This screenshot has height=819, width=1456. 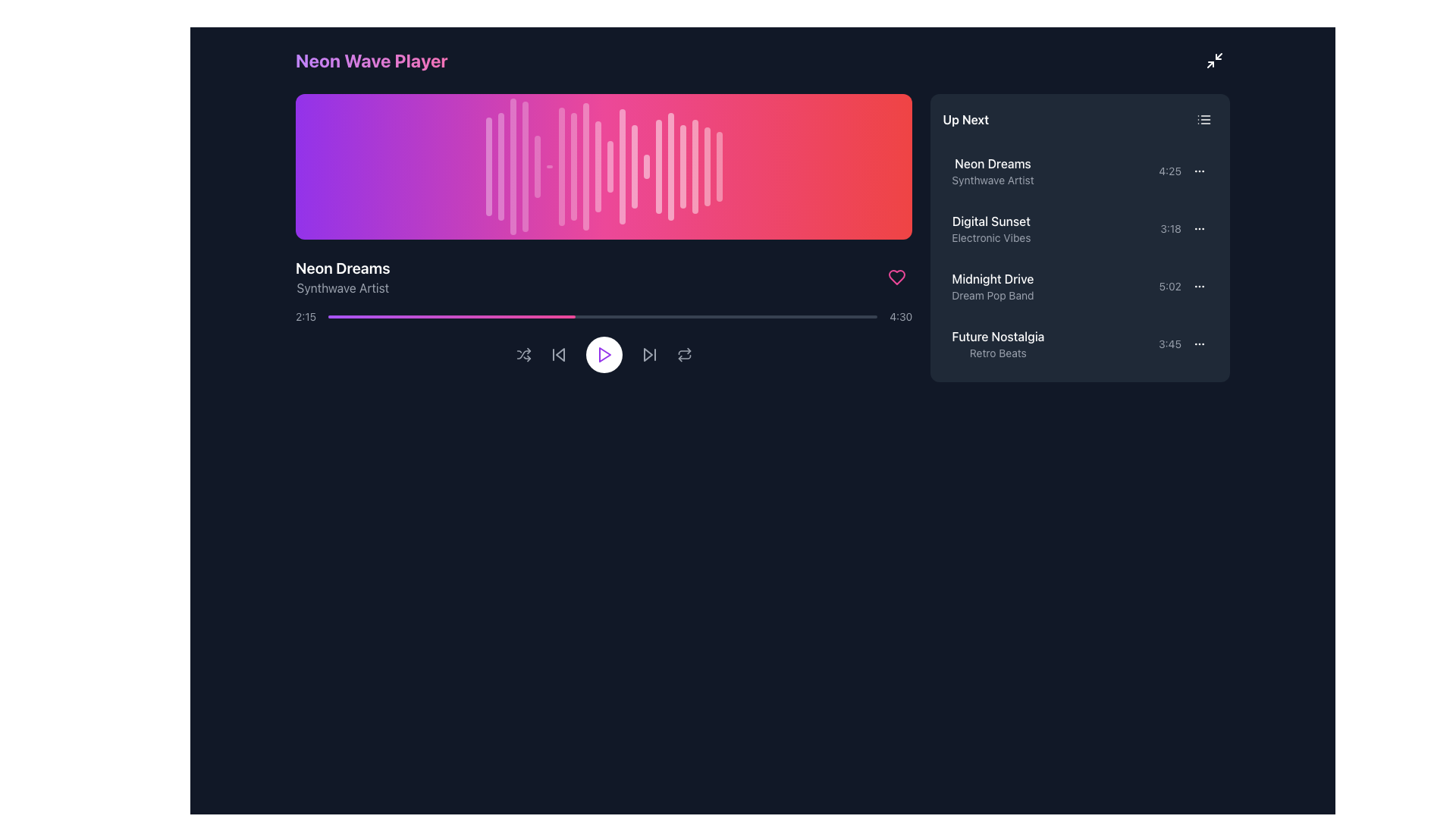 I want to click on playback position, so click(x=827, y=315).